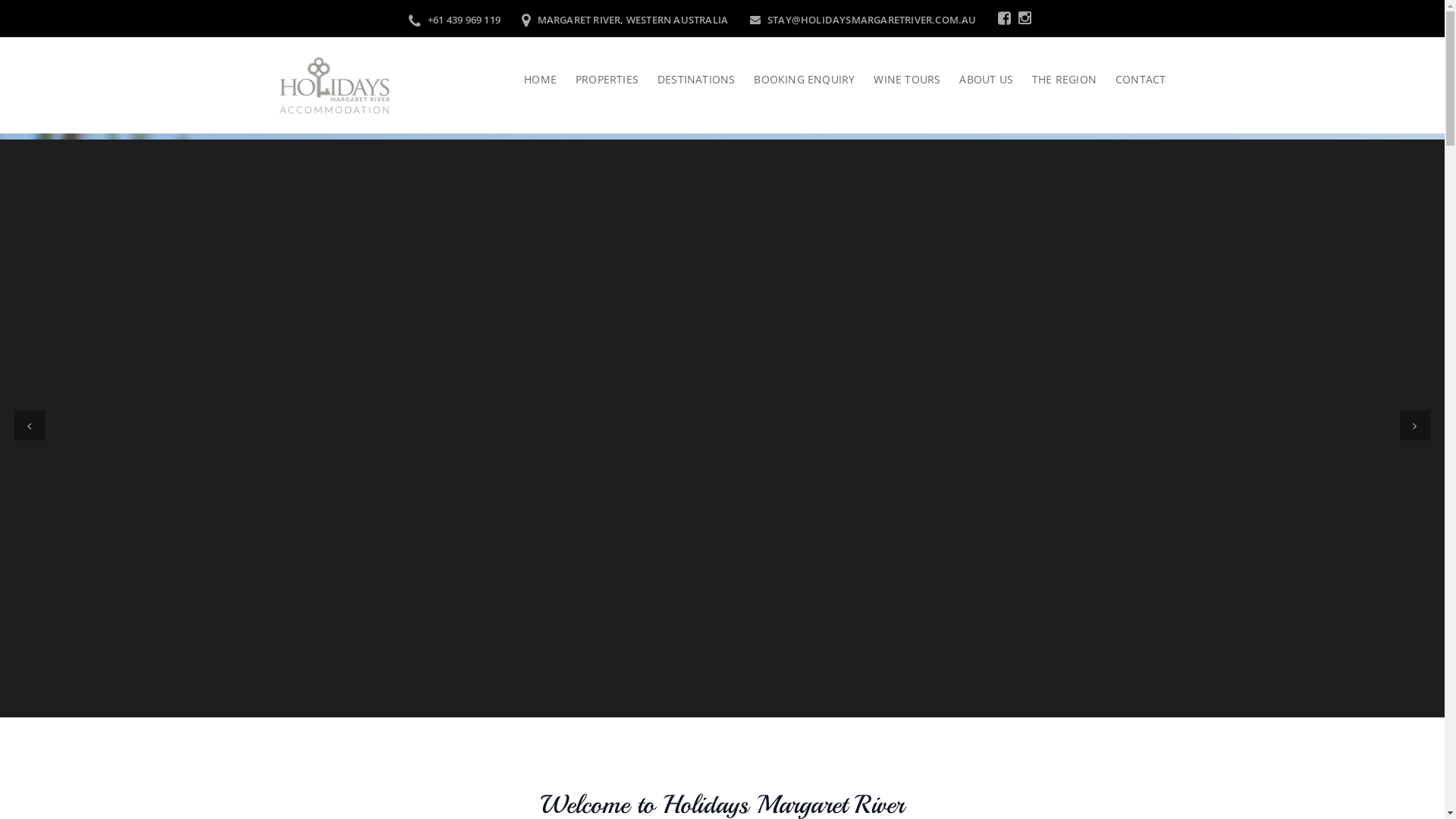 This screenshot has height=819, width=1456. Describe the element at coordinates (1414, 425) in the screenshot. I see `'Next'` at that location.